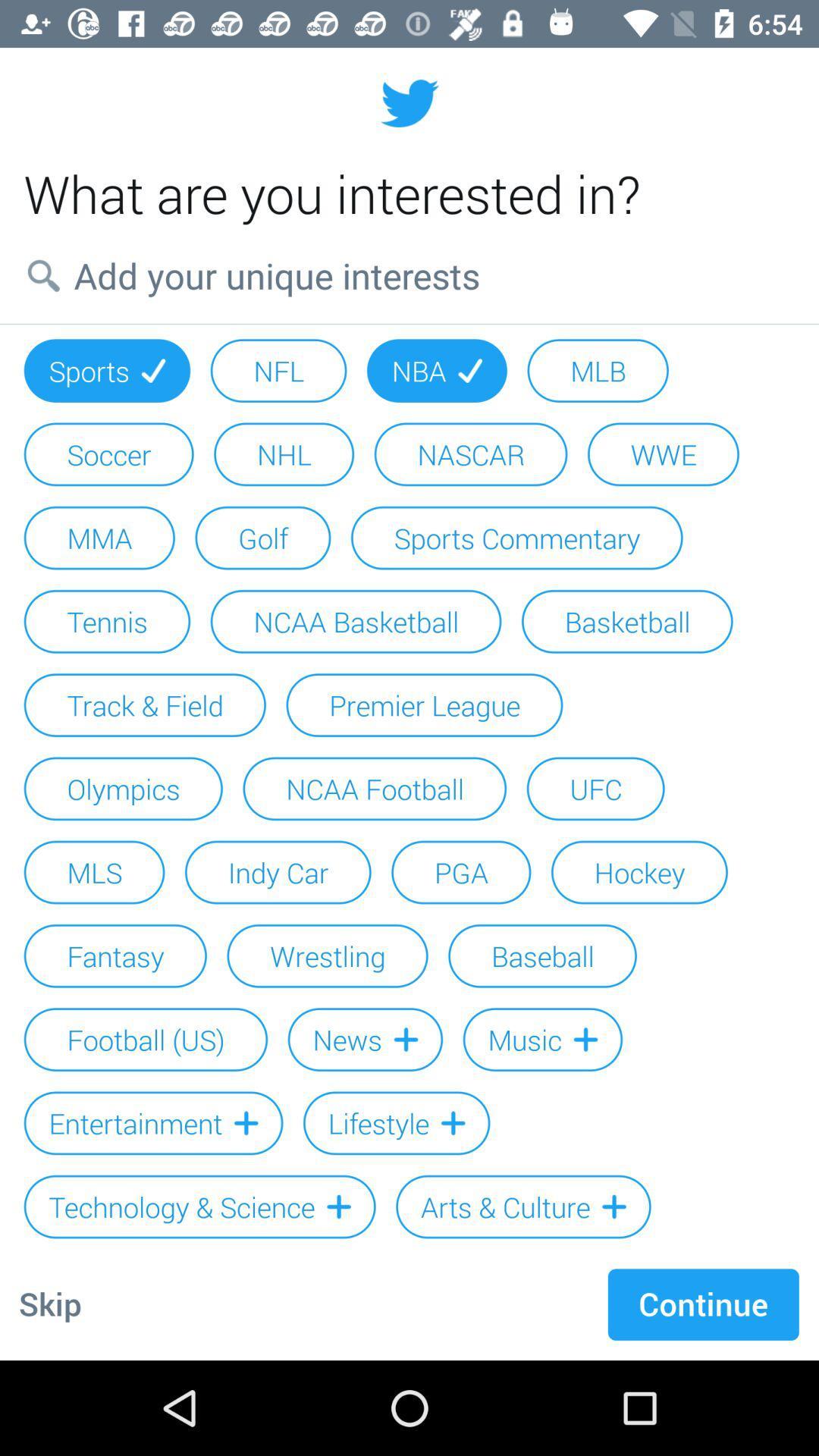  Describe the element at coordinates (375, 789) in the screenshot. I see `icon next to olympics icon` at that location.